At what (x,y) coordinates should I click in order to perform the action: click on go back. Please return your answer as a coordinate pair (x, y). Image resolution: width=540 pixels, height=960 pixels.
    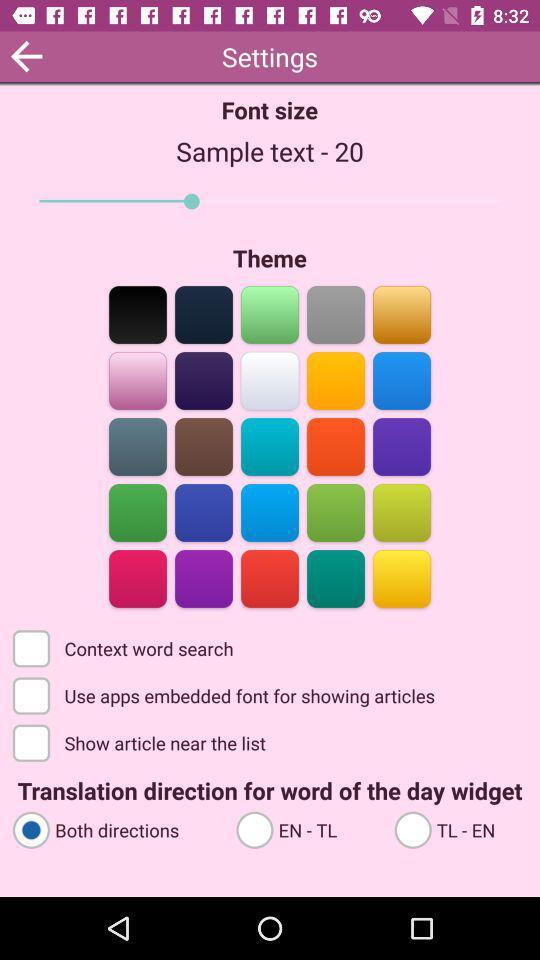
    Looking at the image, I should click on (25, 55).